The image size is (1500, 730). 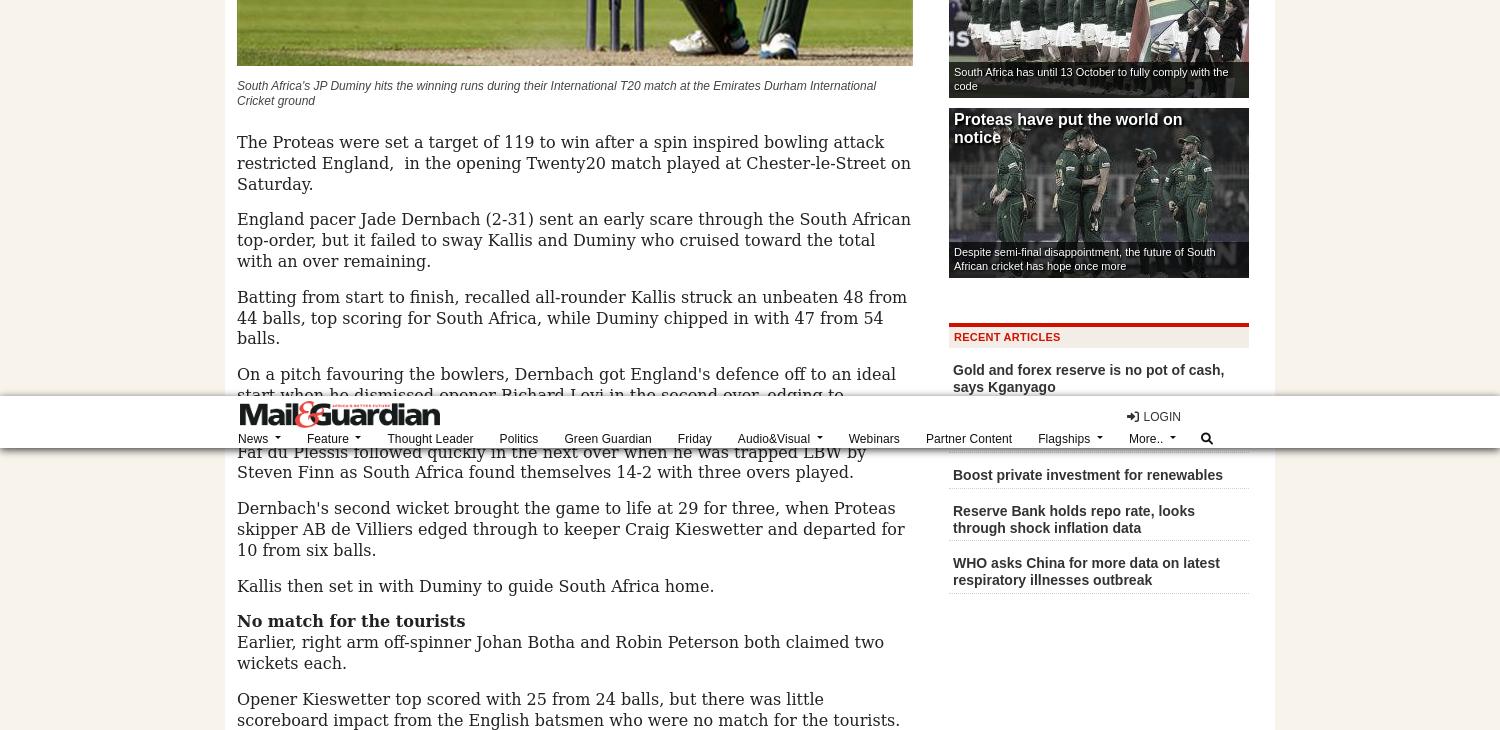 I want to click on 'About', so click(x=283, y=78).